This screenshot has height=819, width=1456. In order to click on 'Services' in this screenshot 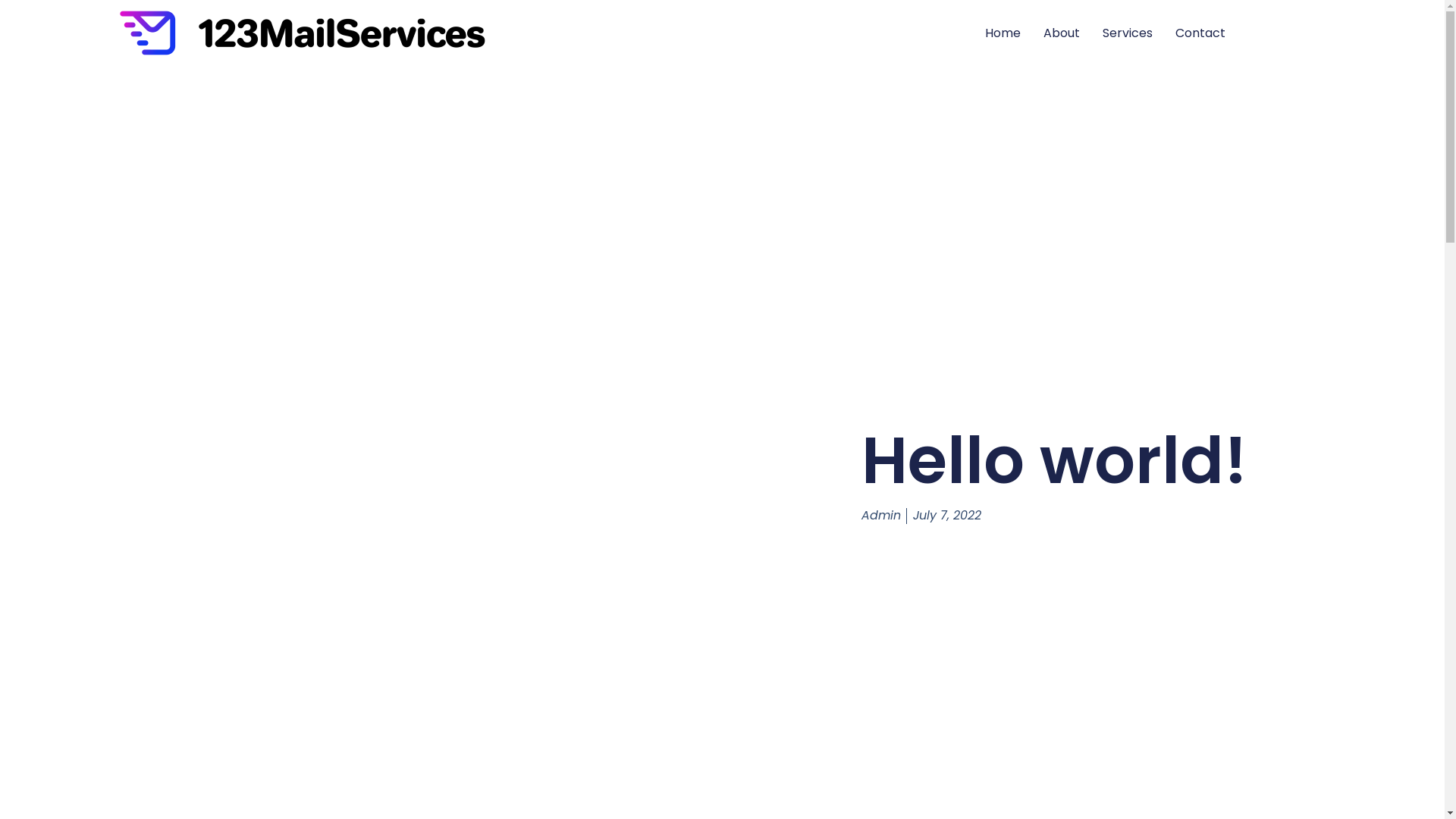, I will do `click(1128, 33)`.